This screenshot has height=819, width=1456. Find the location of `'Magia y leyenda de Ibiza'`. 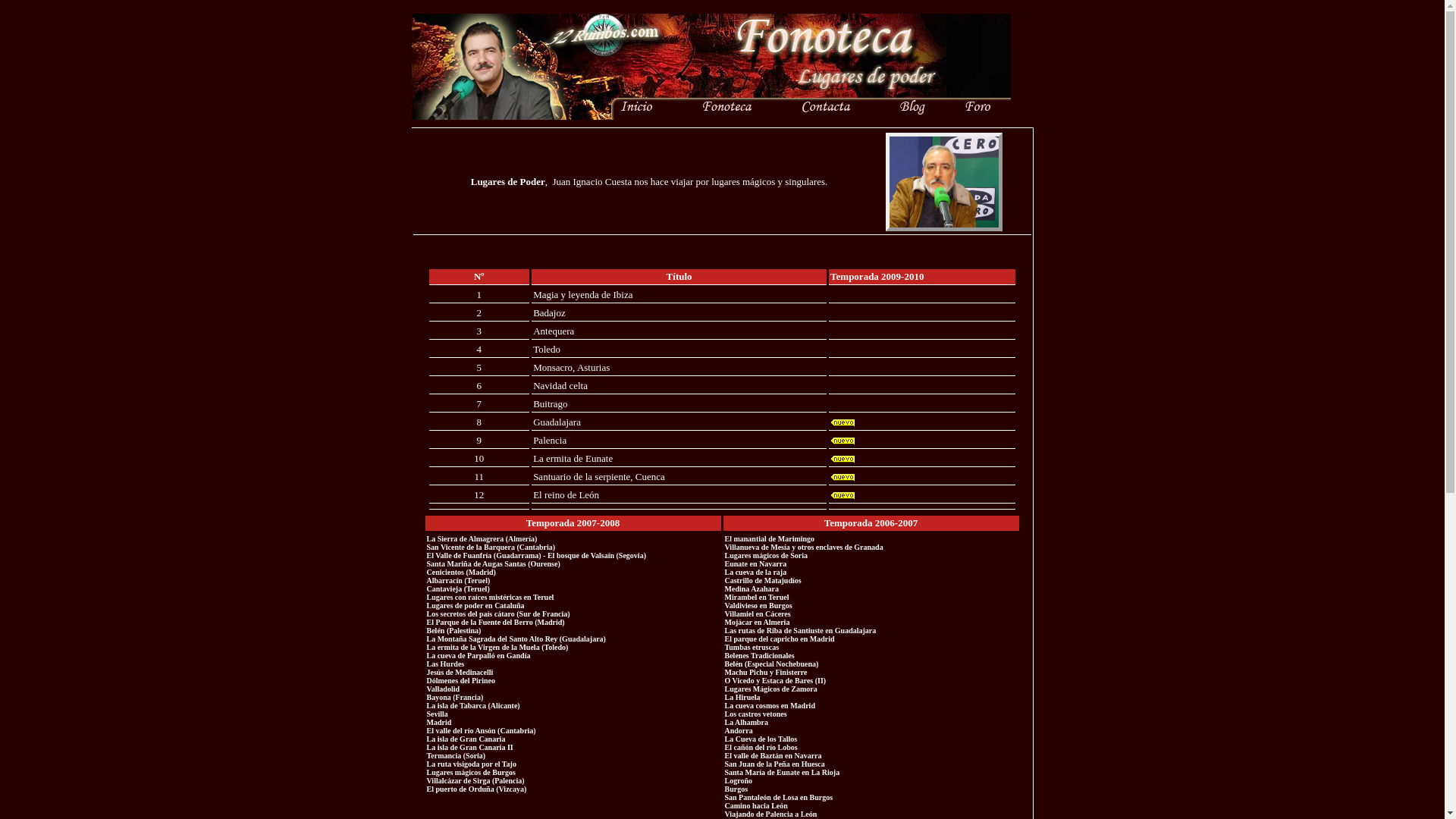

'Magia y leyenda de Ibiza' is located at coordinates (582, 293).